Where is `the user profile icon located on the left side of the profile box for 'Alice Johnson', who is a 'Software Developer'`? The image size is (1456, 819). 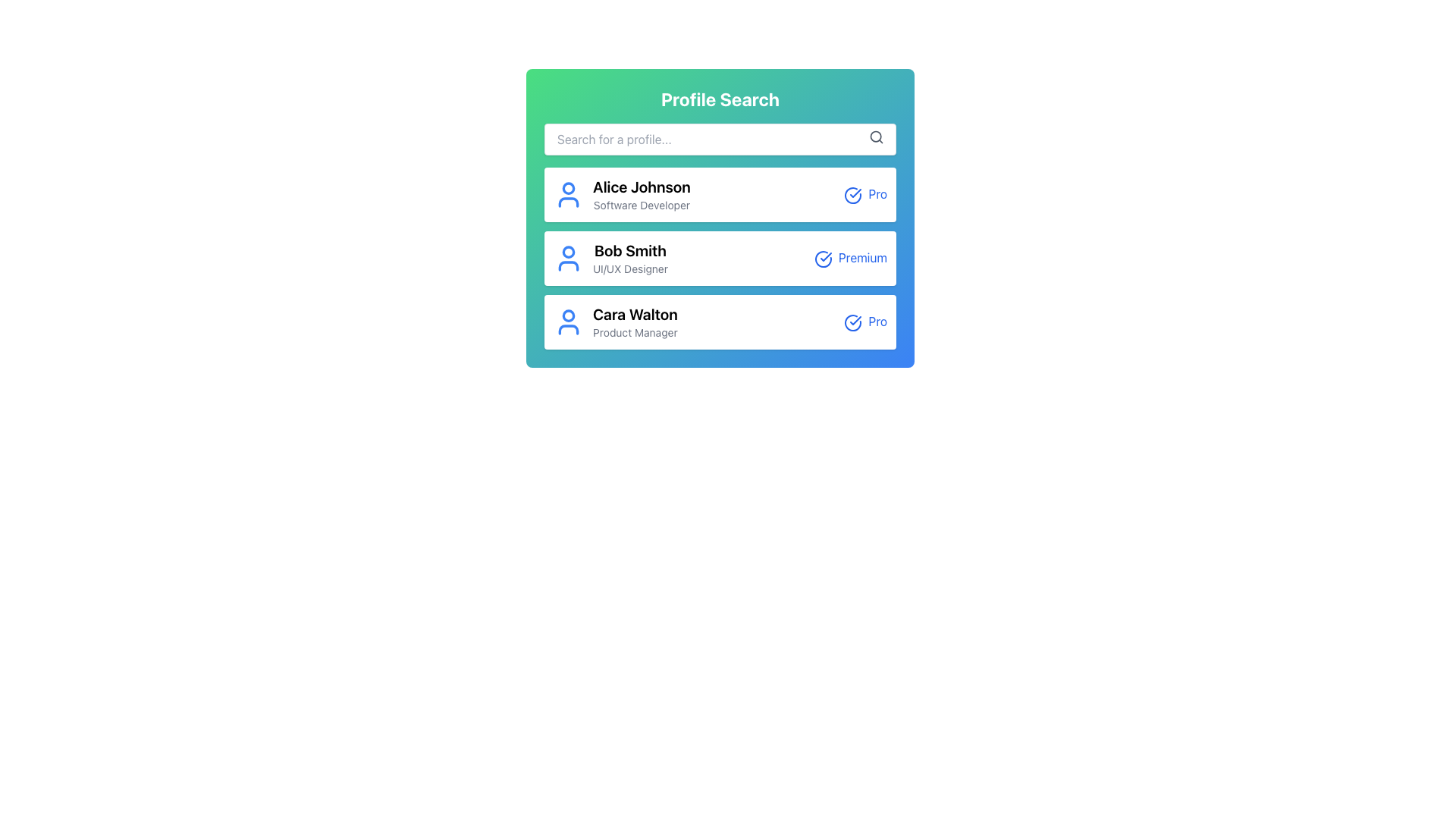 the user profile icon located on the left side of the profile box for 'Alice Johnson', who is a 'Software Developer' is located at coordinates (567, 194).